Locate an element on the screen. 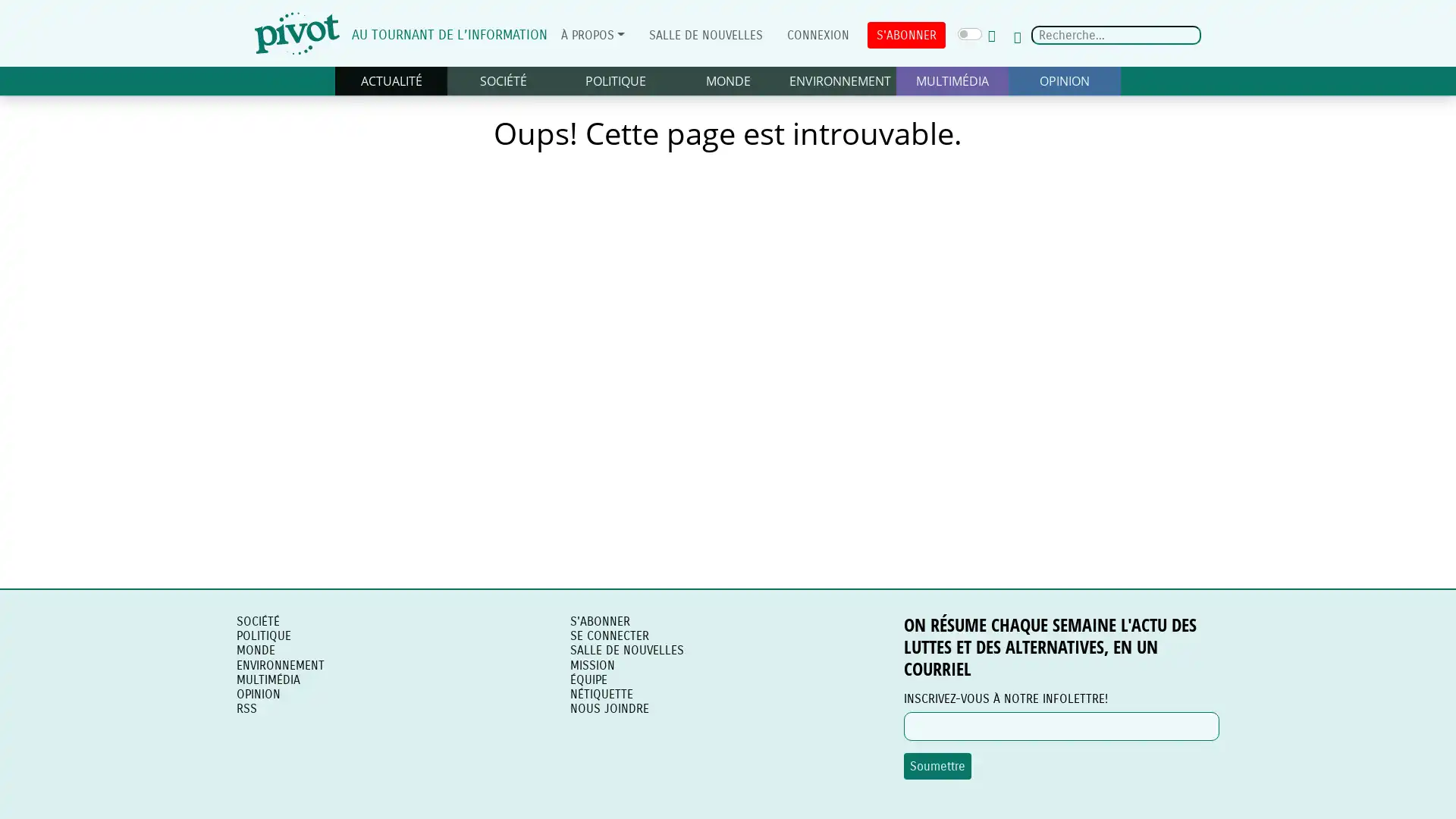  Soumettre is located at coordinates (937, 766).